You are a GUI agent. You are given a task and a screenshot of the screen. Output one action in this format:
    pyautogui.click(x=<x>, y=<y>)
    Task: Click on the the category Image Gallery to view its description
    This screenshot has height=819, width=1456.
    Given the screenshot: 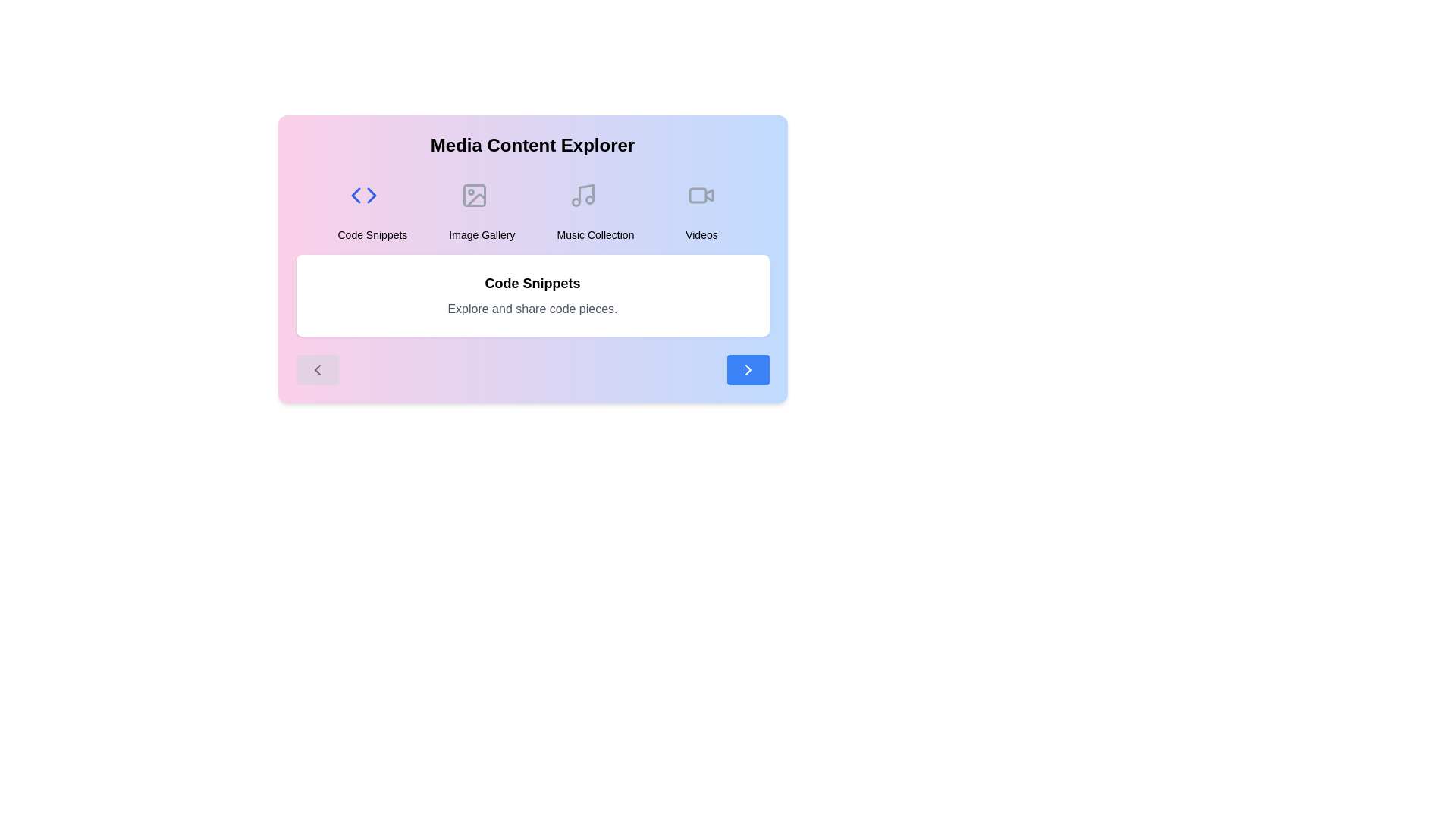 What is the action you would take?
    pyautogui.click(x=481, y=206)
    